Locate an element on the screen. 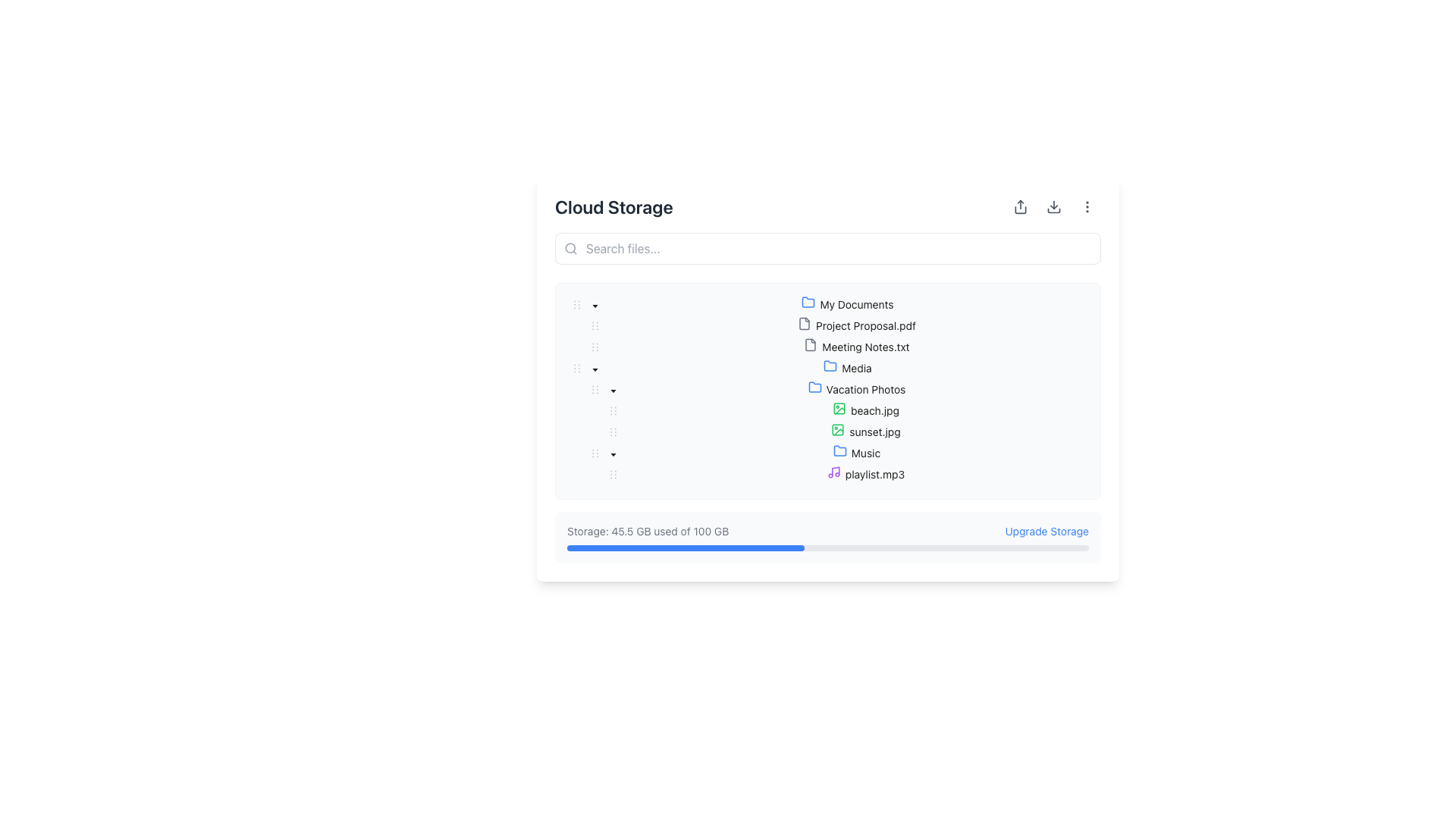  the folder icons within the 'Cloud Storage' file manager pane is located at coordinates (827, 377).